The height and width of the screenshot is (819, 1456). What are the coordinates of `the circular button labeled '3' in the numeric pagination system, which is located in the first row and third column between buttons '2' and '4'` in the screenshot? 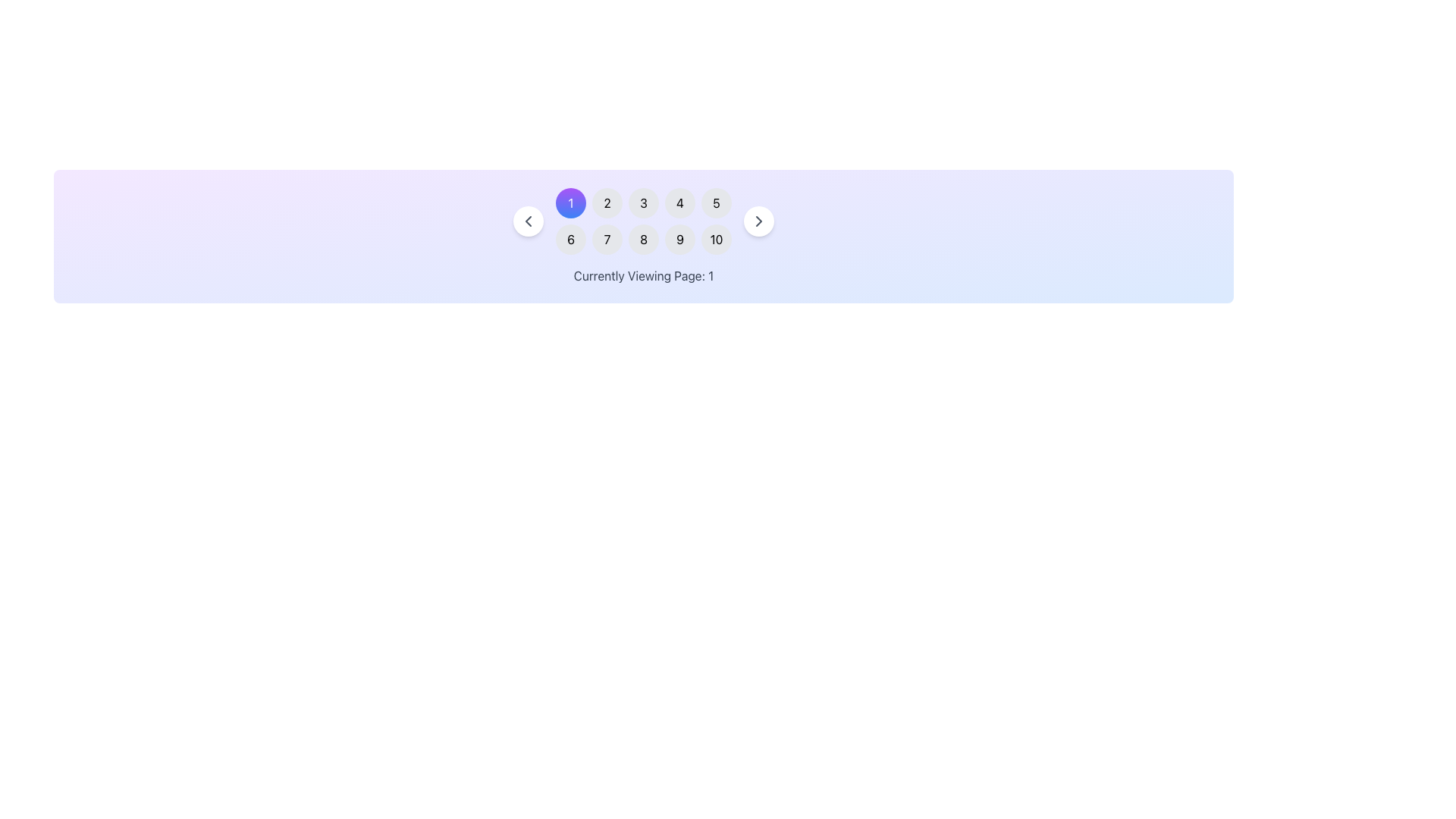 It's located at (644, 202).